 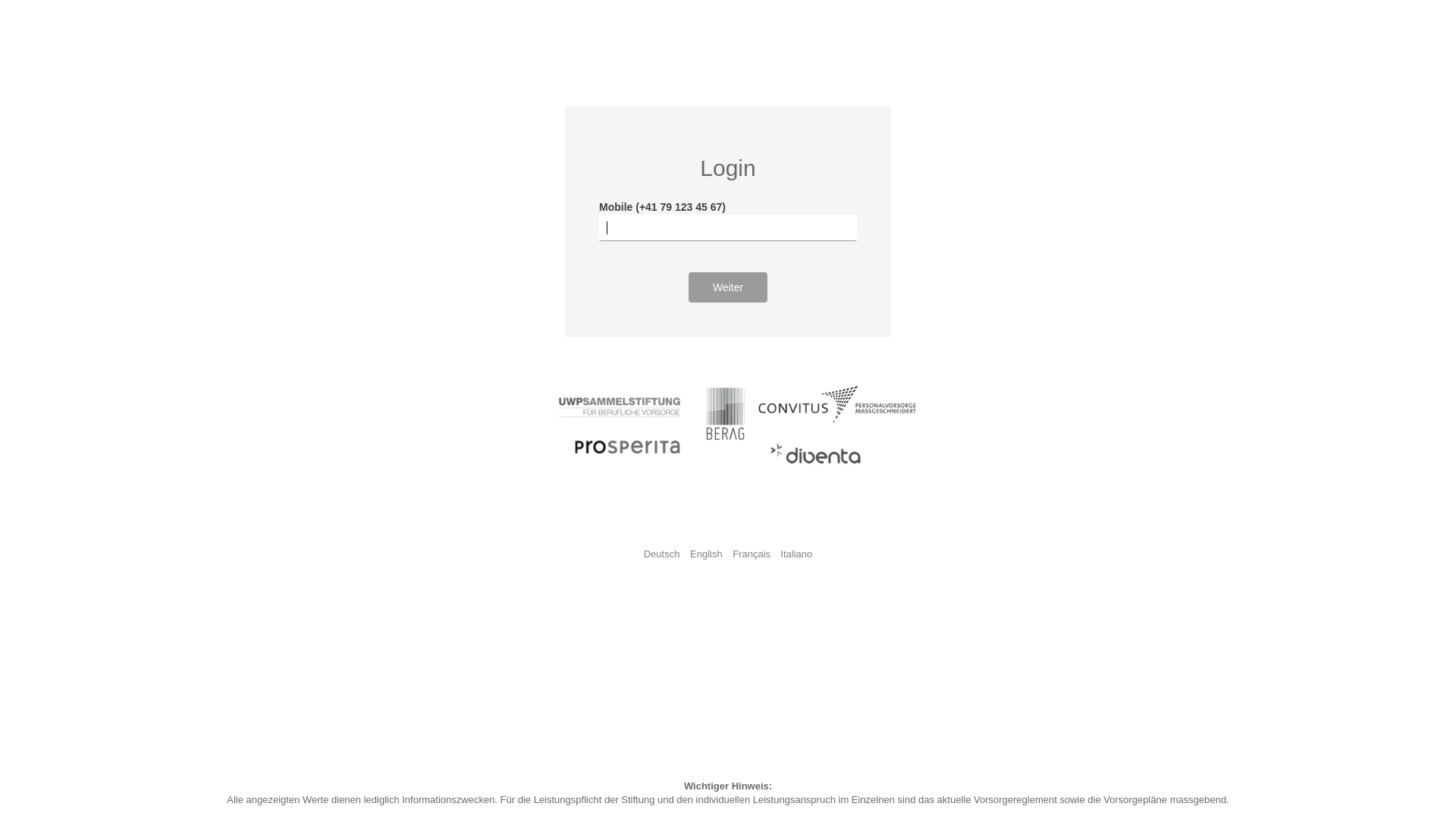 What do you see at coordinates (687, 287) in the screenshot?
I see `'Weiter'` at bounding box center [687, 287].